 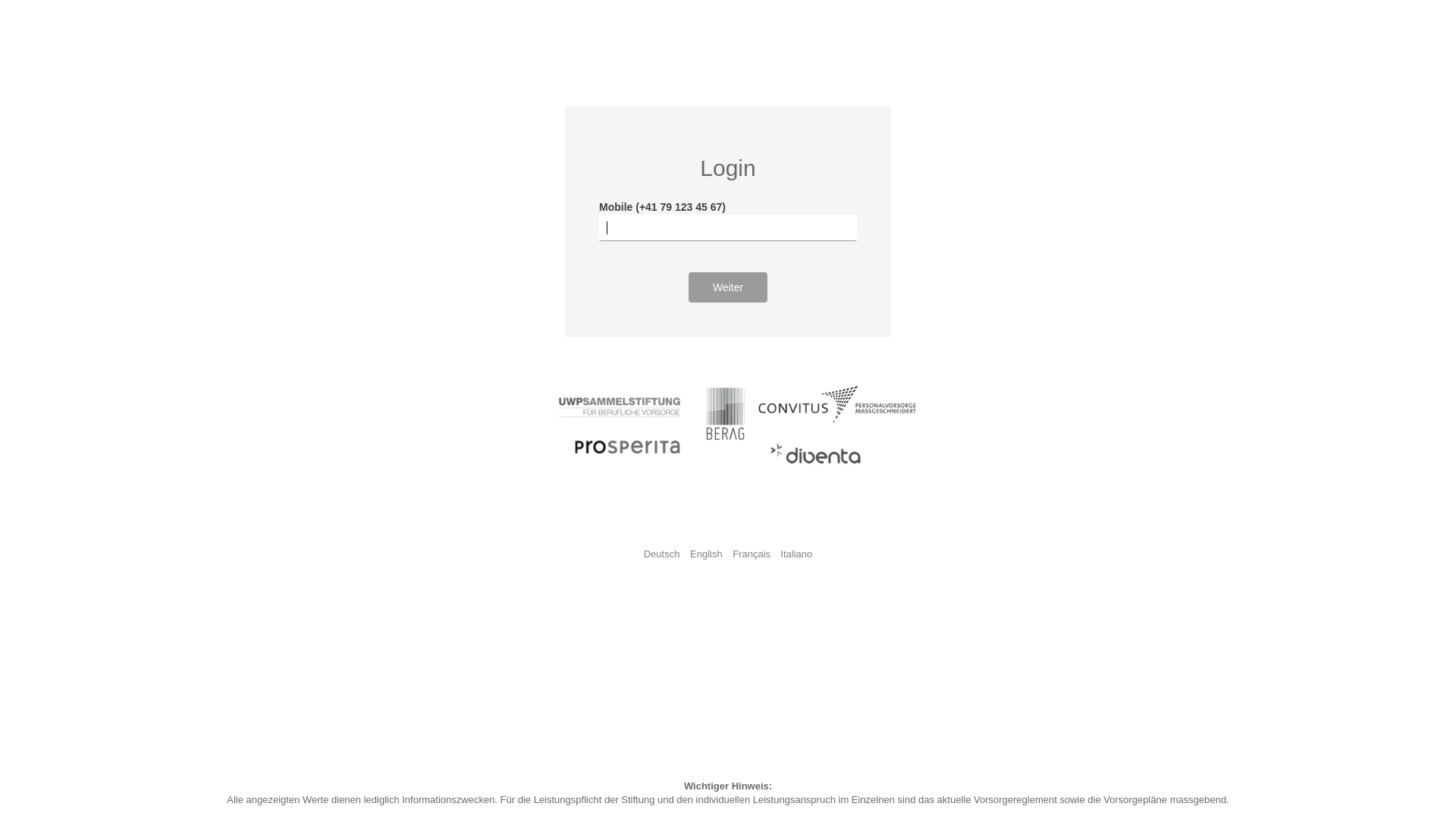 What do you see at coordinates (687, 287) in the screenshot?
I see `'Weiter'` at bounding box center [687, 287].